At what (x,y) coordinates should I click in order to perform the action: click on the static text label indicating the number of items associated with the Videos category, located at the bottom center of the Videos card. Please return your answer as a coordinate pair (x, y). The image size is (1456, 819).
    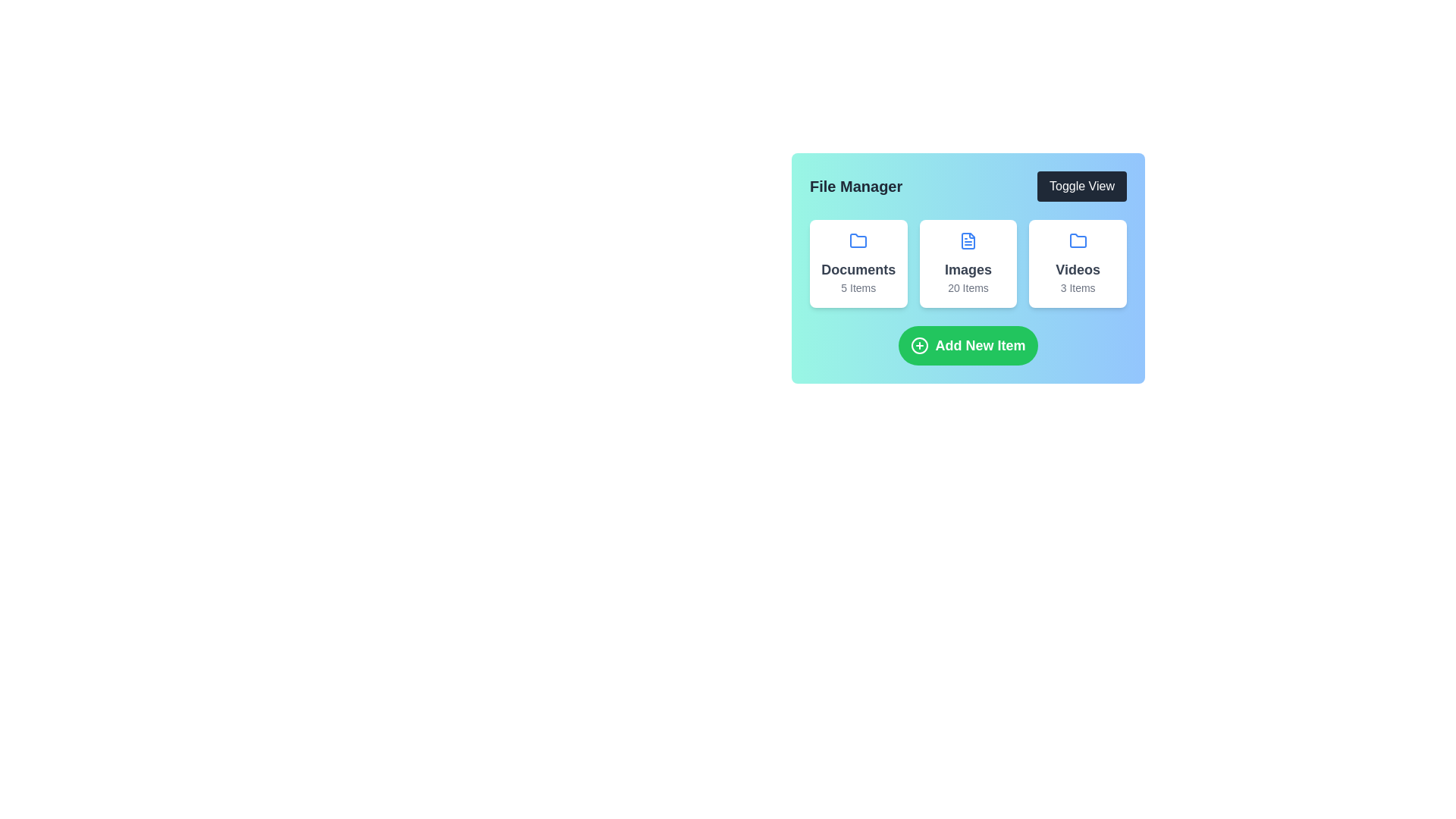
    Looking at the image, I should click on (1077, 288).